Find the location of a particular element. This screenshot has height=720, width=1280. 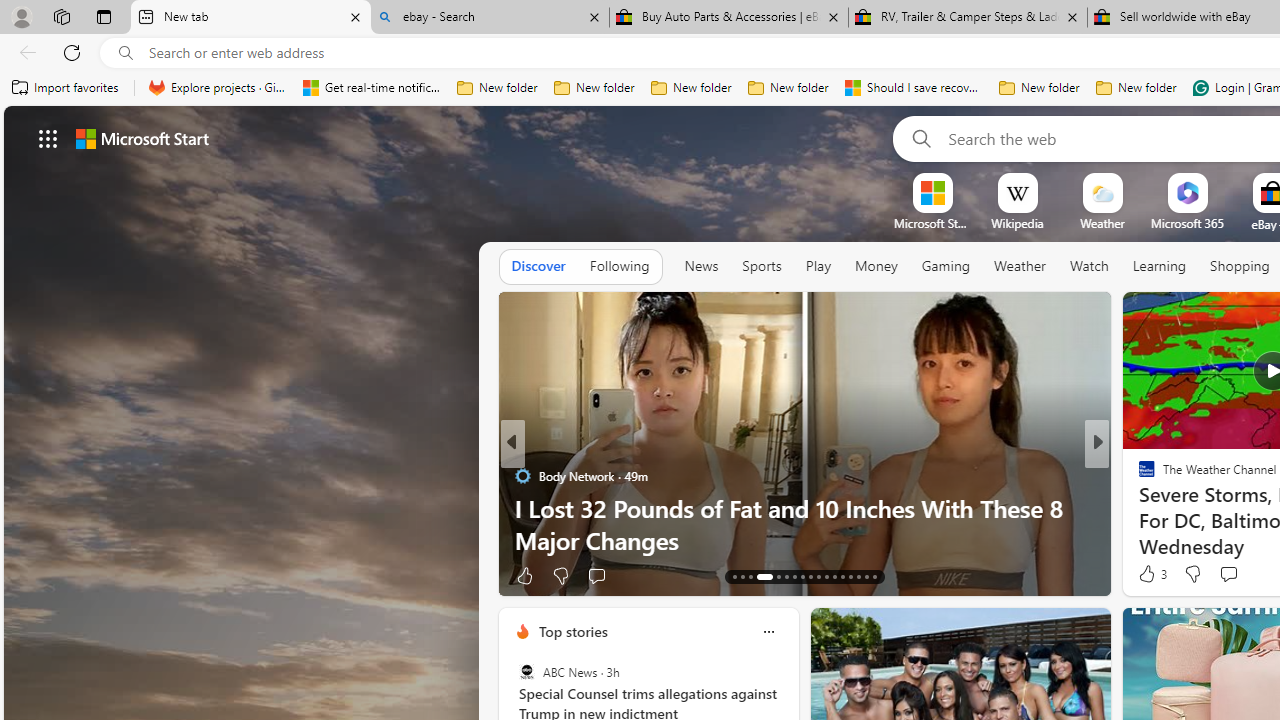

'AutomationID: tab-15' is located at coordinates (749, 577).